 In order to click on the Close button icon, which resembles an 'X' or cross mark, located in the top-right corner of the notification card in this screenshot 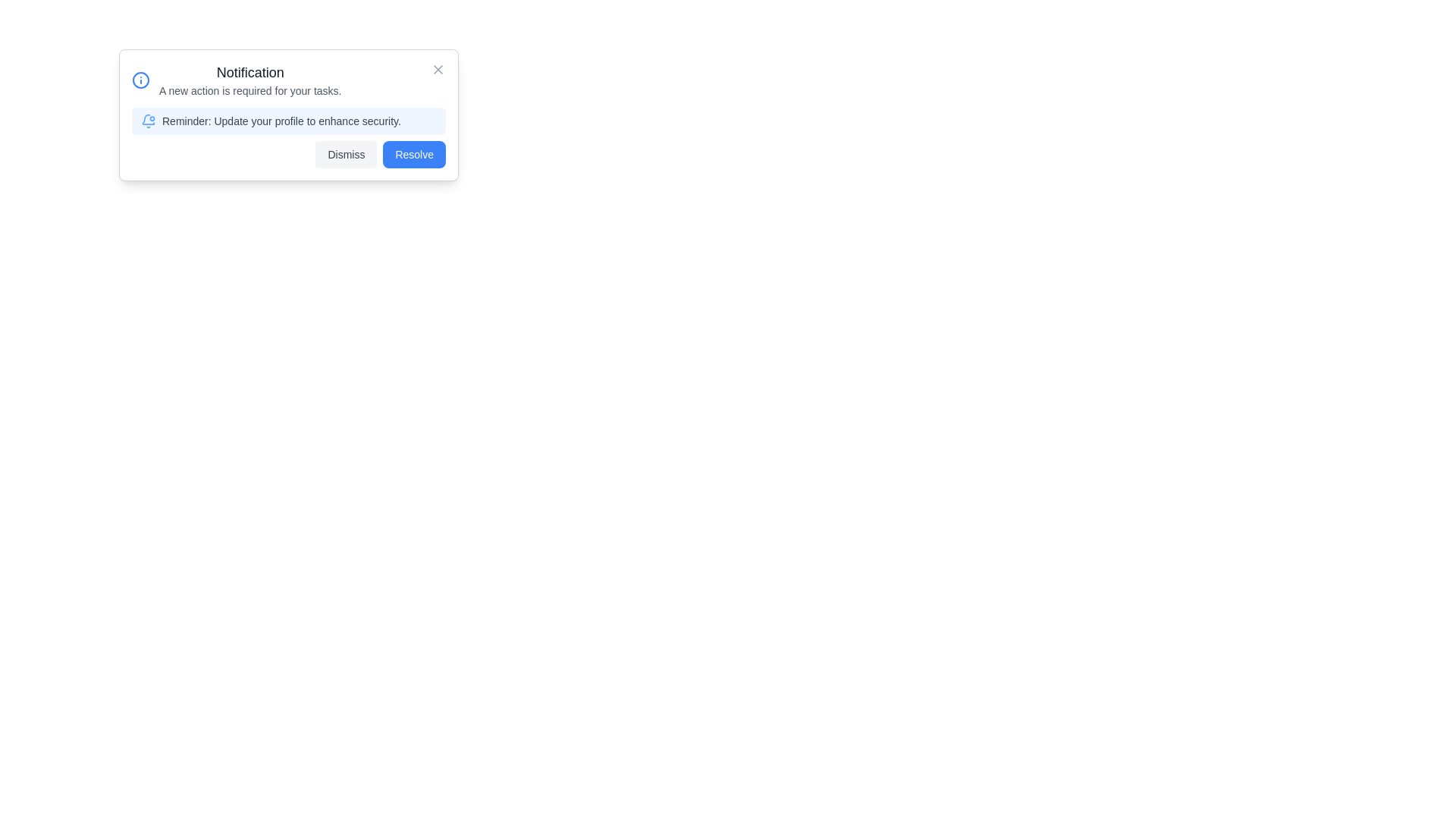, I will do `click(437, 70)`.